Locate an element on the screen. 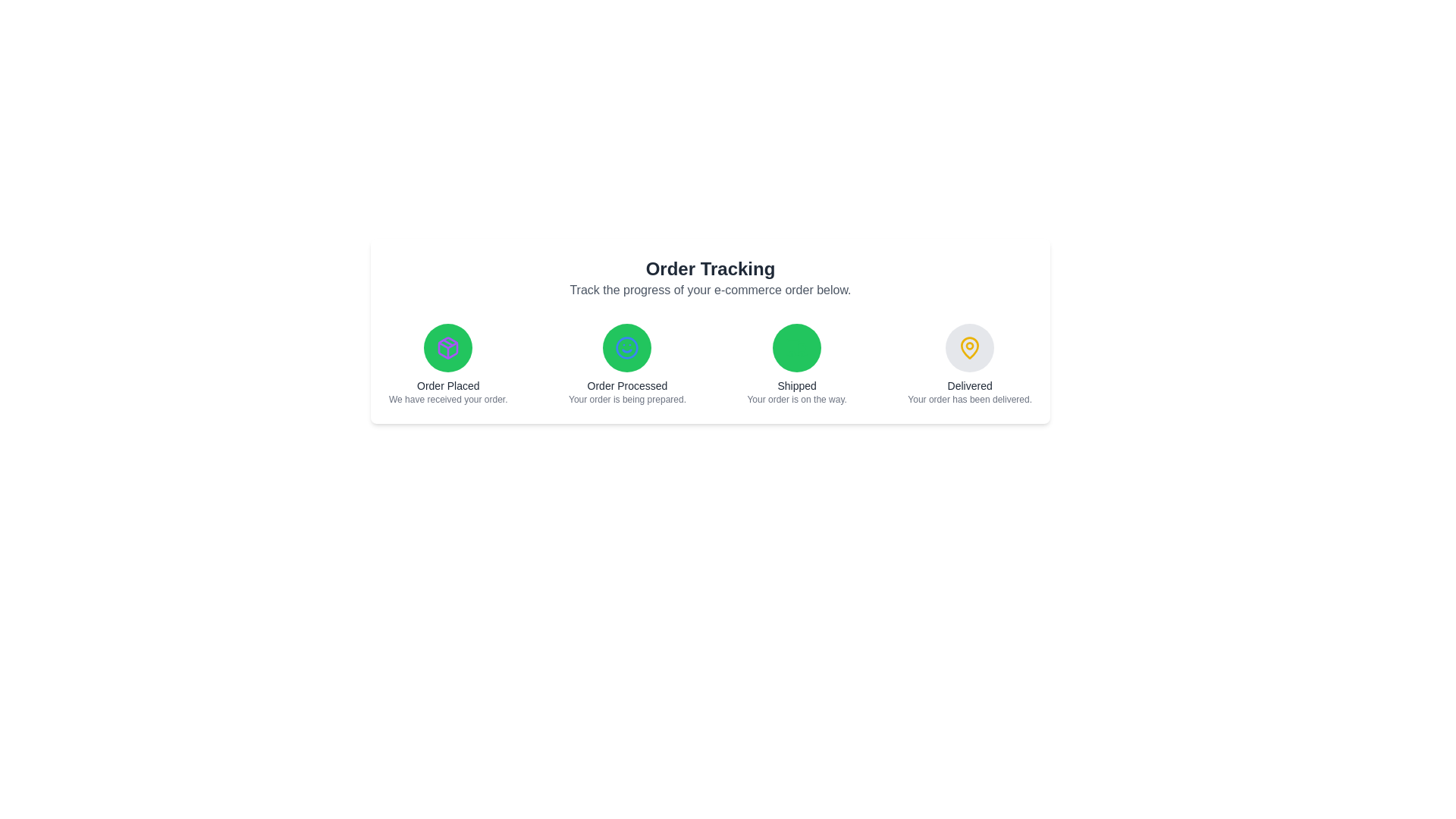  the text element that reads 'Your order is on the way.' which is styled in a small, centered, gray font and located below the green icon representing the shipping status is located at coordinates (796, 399).